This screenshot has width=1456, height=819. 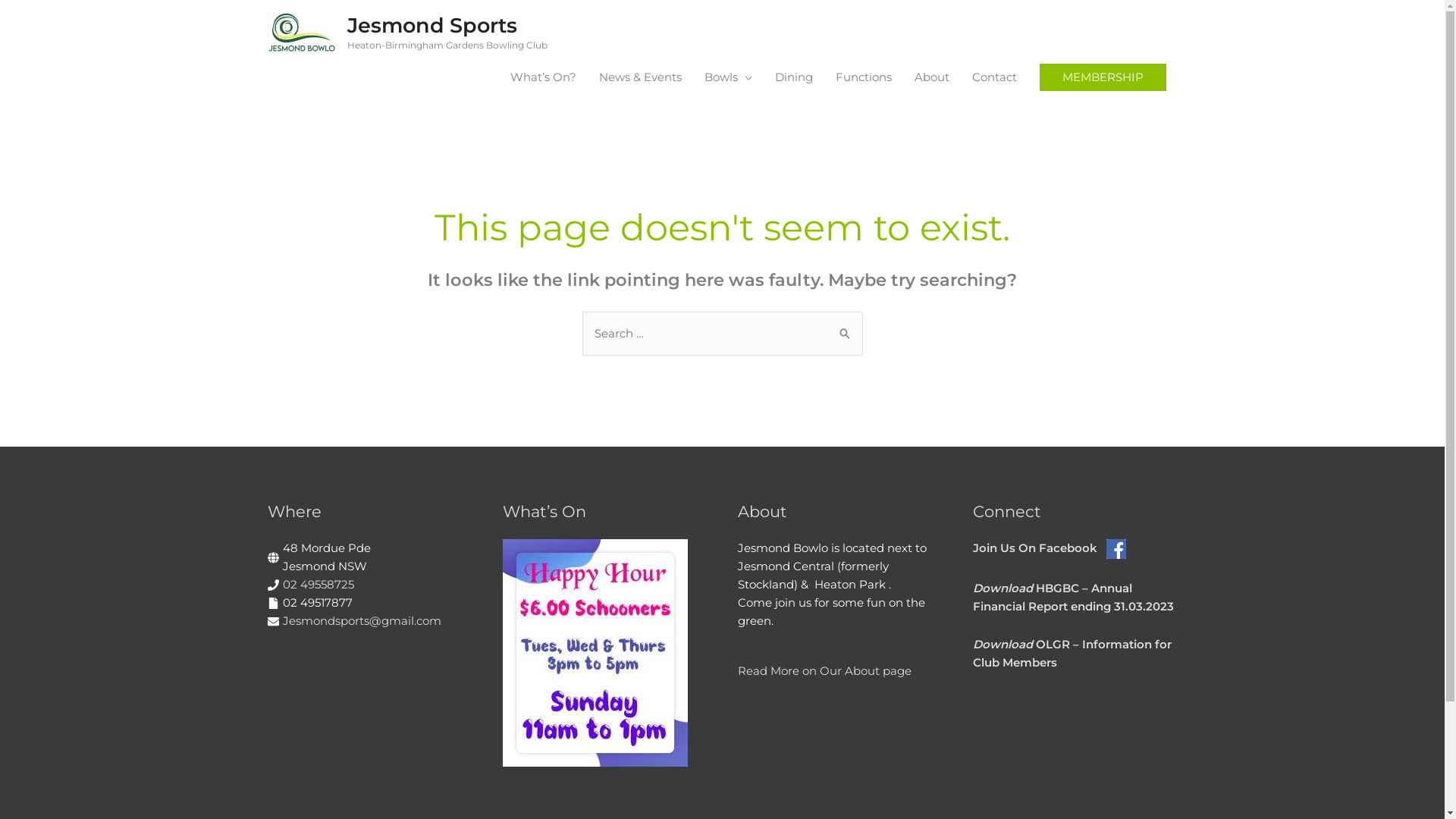 What do you see at coordinates (692, 77) in the screenshot?
I see `'Bowls'` at bounding box center [692, 77].